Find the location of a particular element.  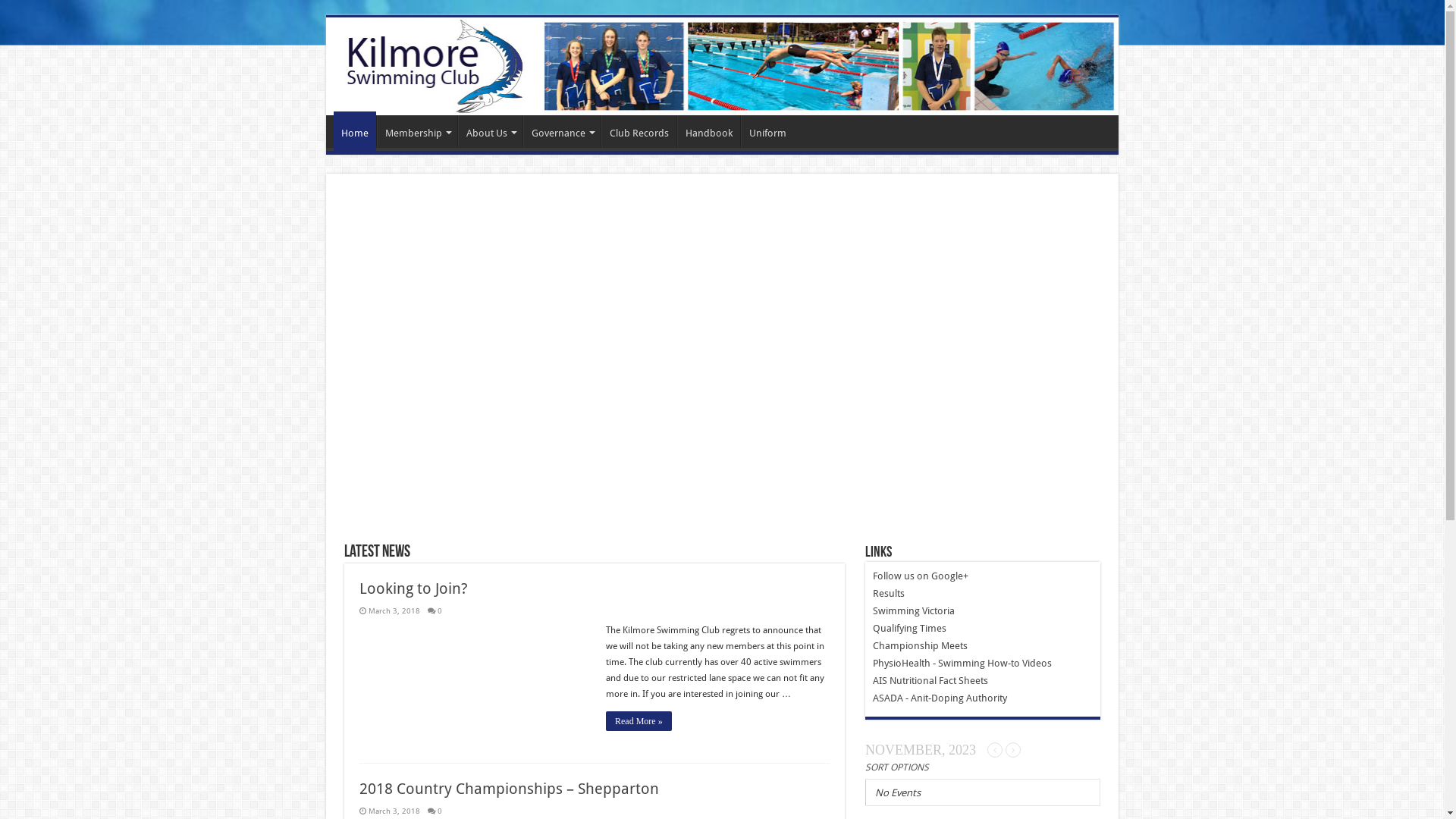

'0' is located at coordinates (439, 809).